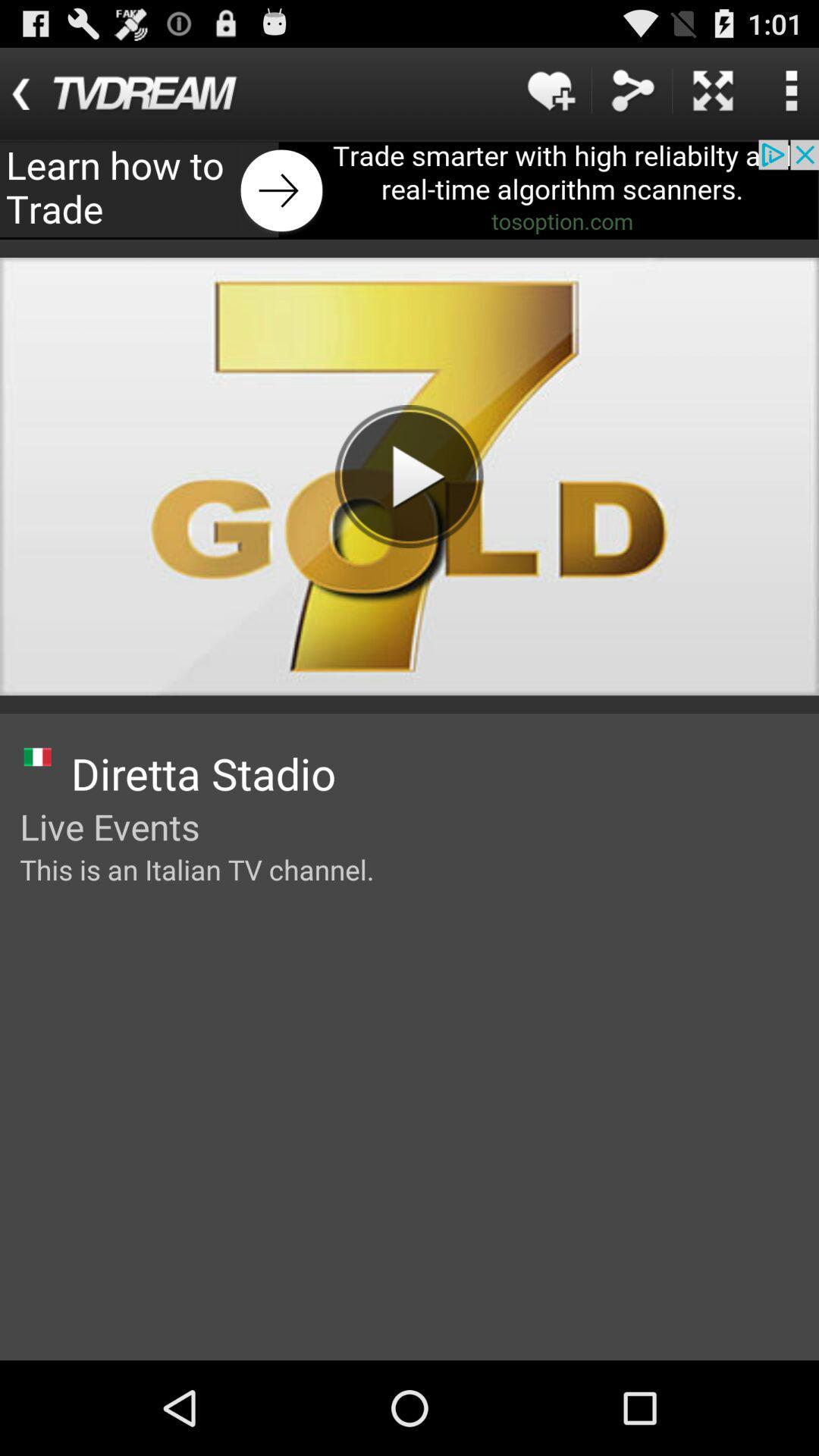 The height and width of the screenshot is (1456, 819). Describe the element at coordinates (408, 475) in the screenshot. I see `media` at that location.